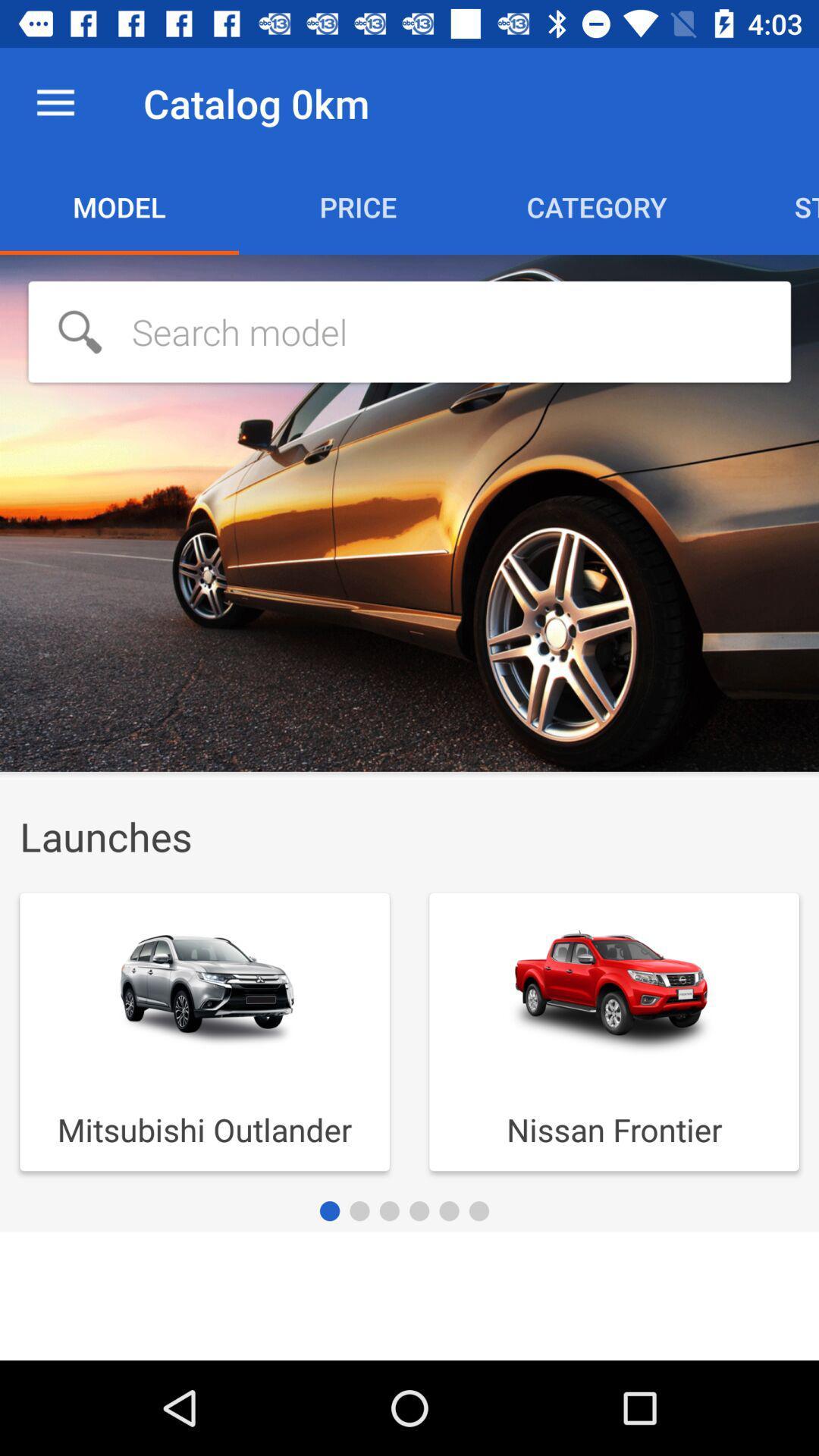 The image size is (819, 1456). What do you see at coordinates (409, 331) in the screenshot?
I see `search option` at bounding box center [409, 331].